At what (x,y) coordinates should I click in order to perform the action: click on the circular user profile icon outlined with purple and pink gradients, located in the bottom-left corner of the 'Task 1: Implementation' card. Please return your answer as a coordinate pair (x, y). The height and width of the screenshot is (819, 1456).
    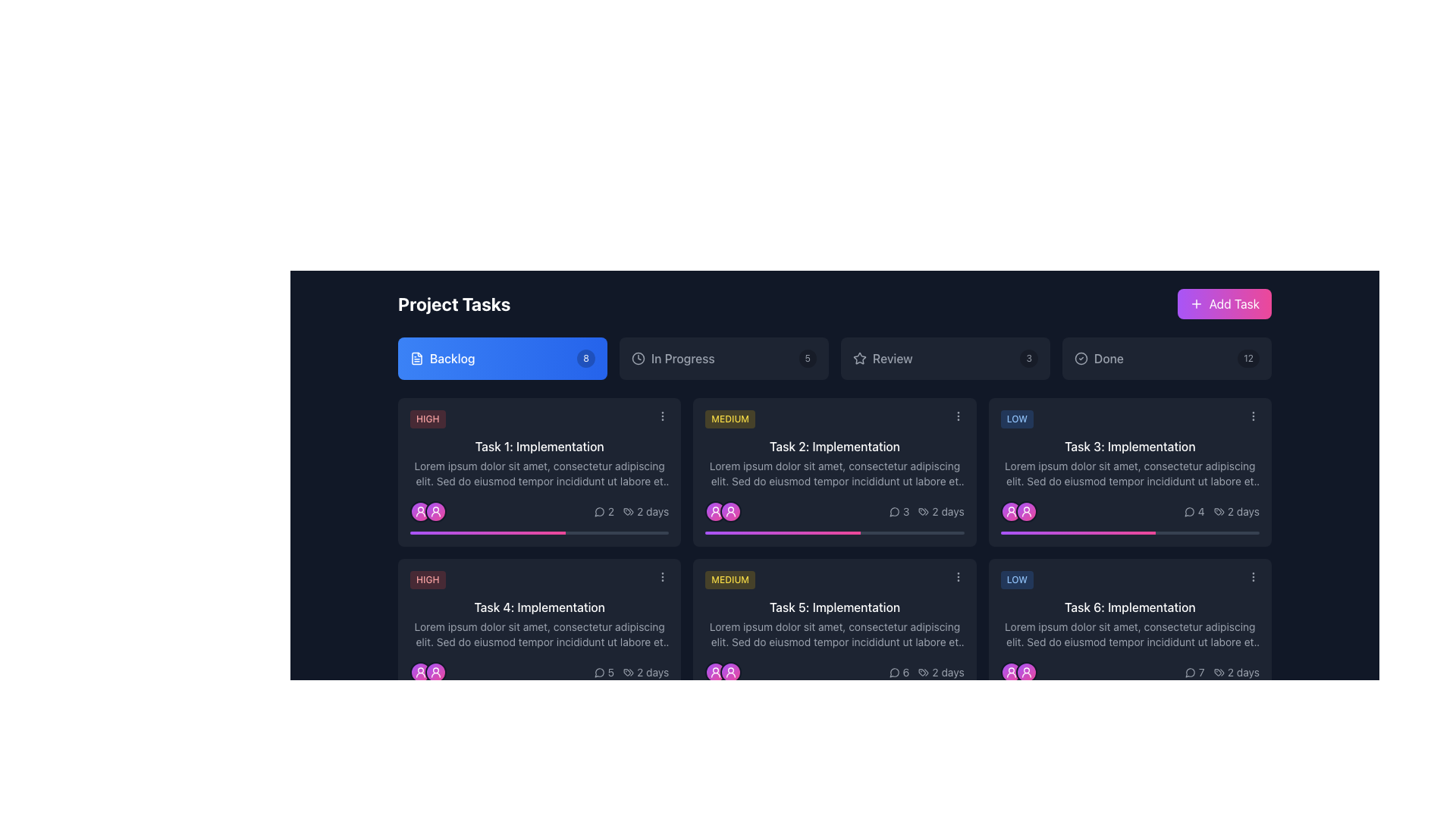
    Looking at the image, I should click on (421, 512).